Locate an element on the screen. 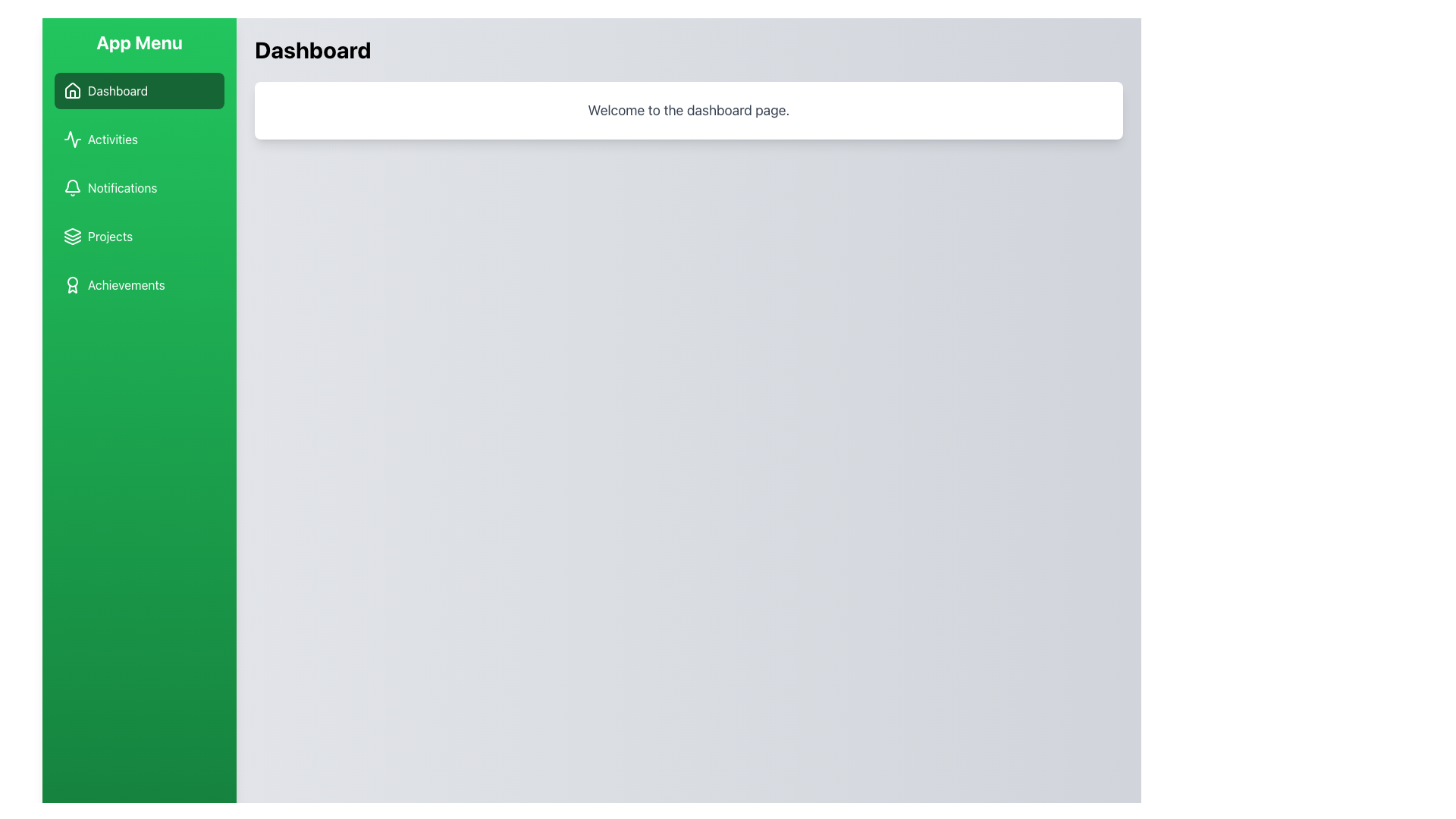  the bell icon in the sidebar menu is located at coordinates (72, 187).